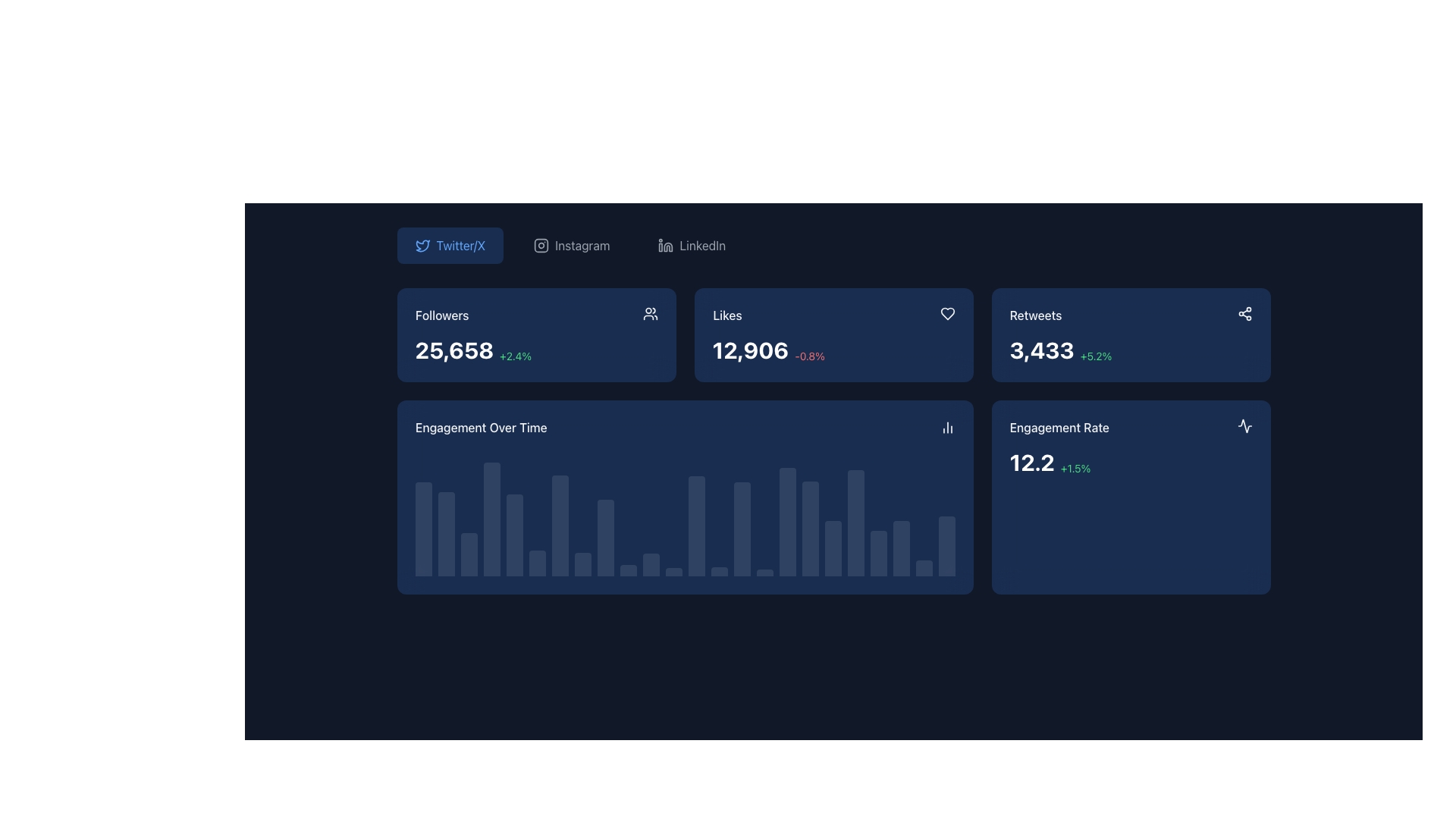 Image resolution: width=1456 pixels, height=819 pixels. What do you see at coordinates (537, 563) in the screenshot?
I see `the 6th bar in the bar chart, which has a rounded top and a semi-transparent dark background` at bounding box center [537, 563].